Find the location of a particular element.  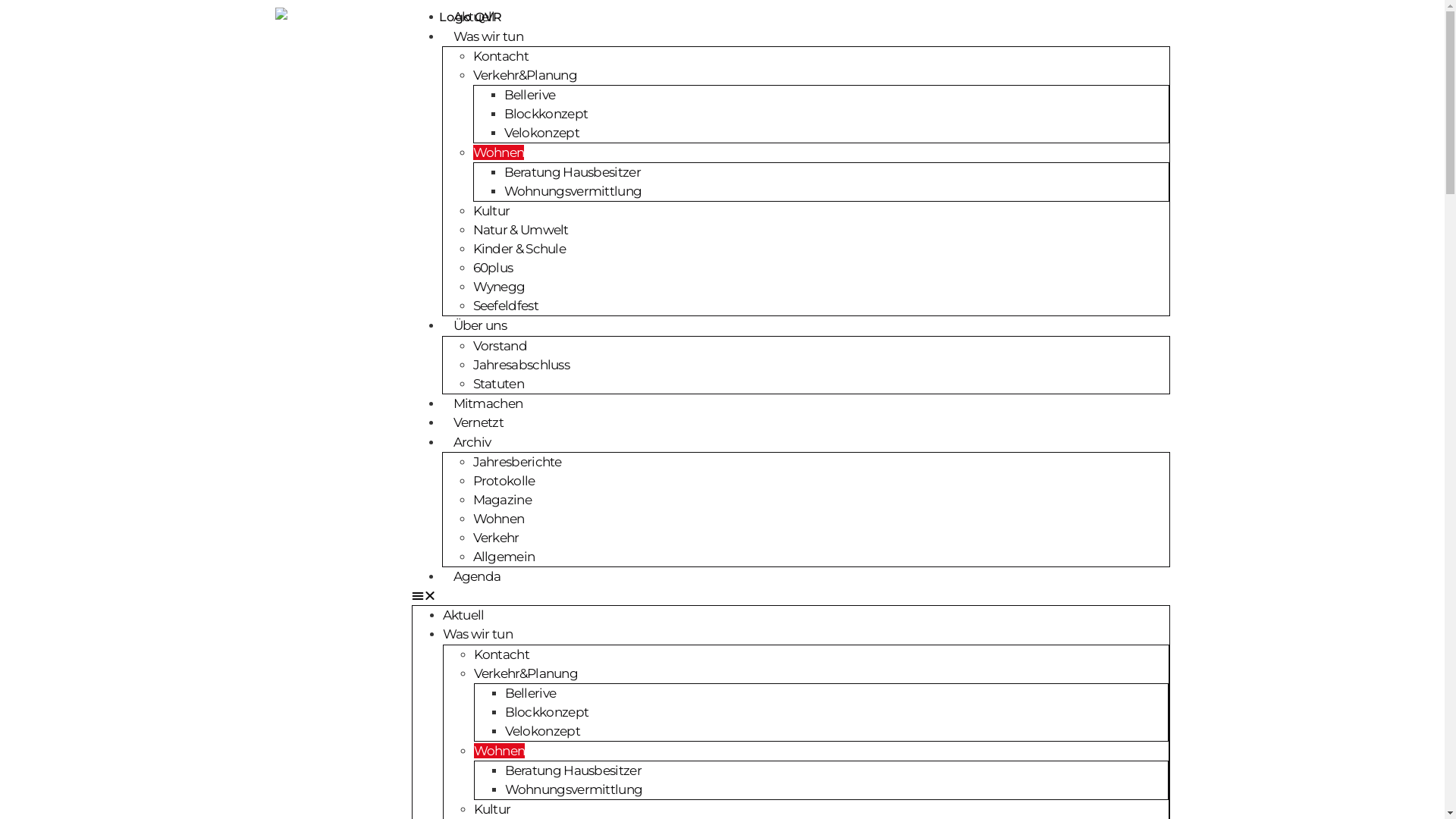

'Seefeldfest' is located at coordinates (472, 305).